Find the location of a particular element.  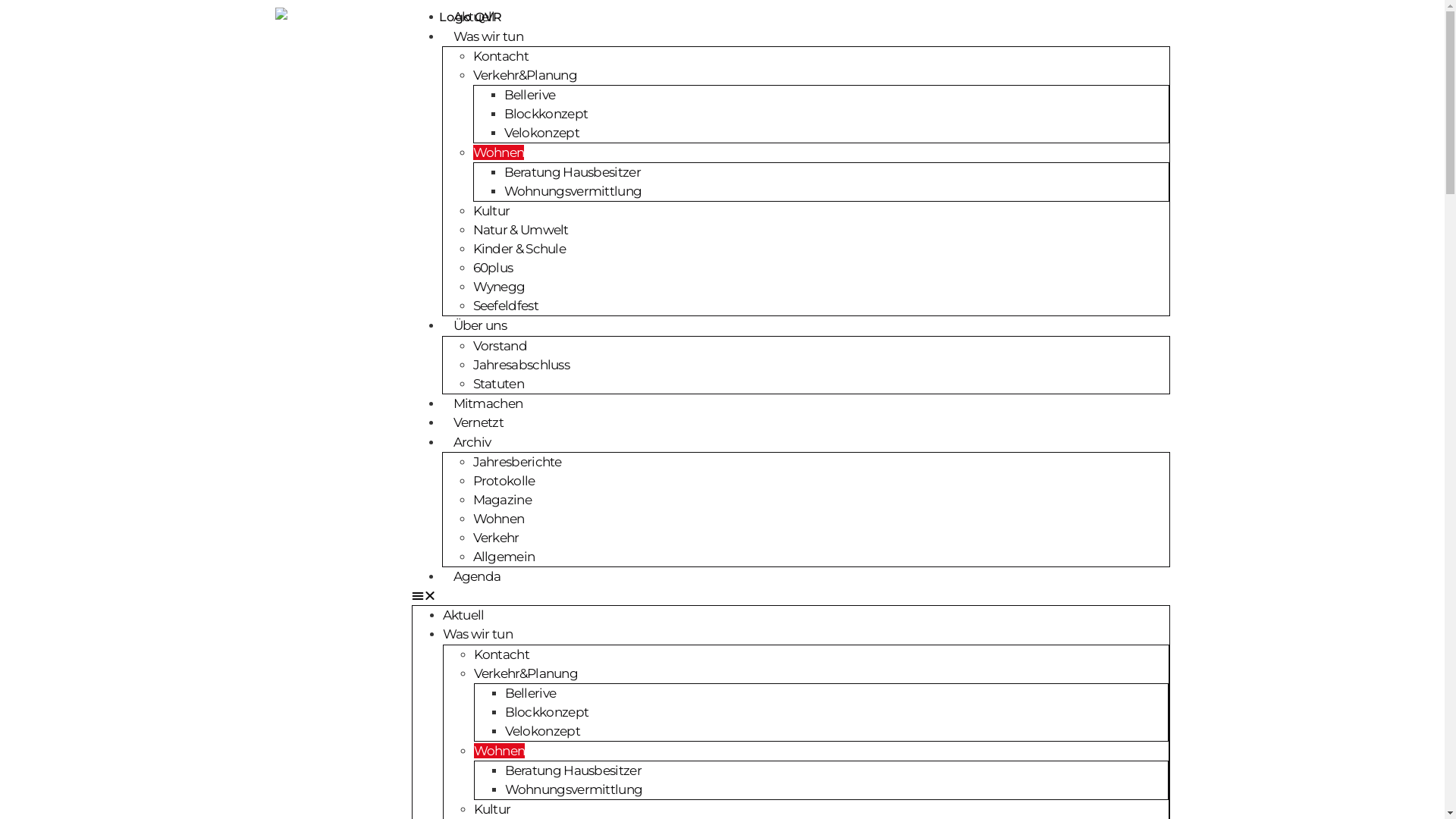

'Seefeldfest' is located at coordinates (472, 305).